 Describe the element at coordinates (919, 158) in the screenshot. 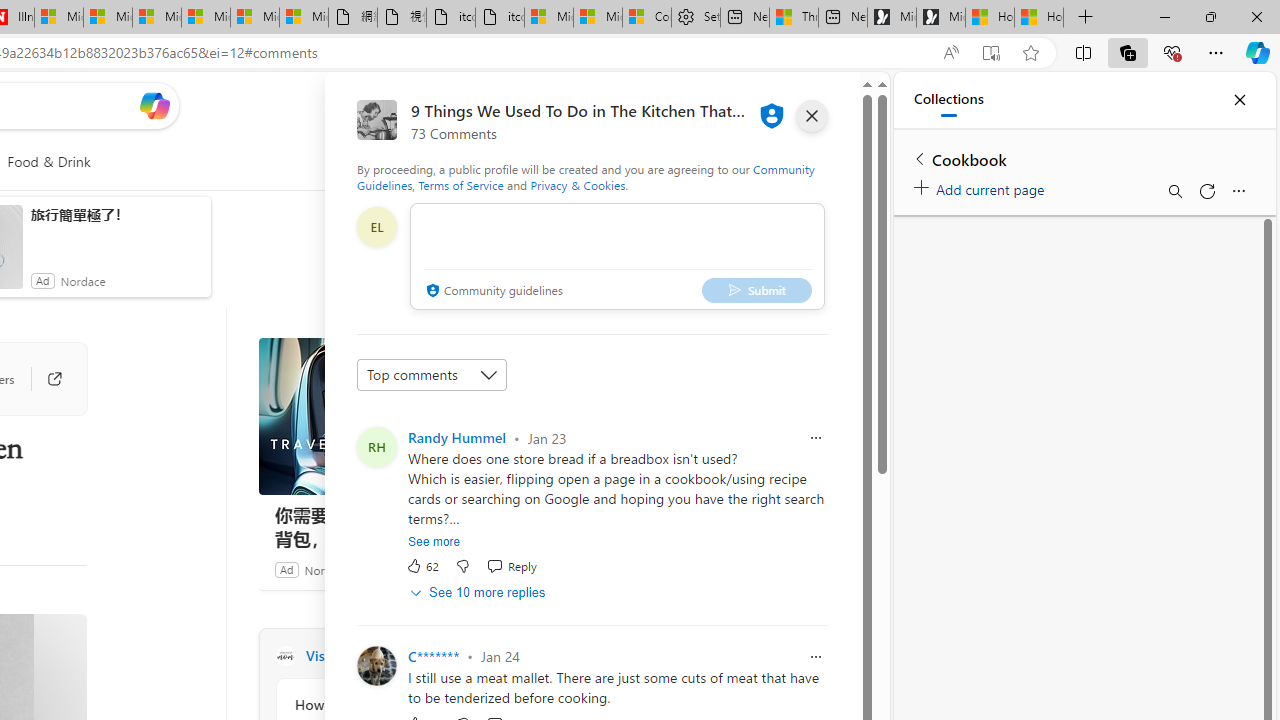

I see `'Back to list of collections'` at that location.